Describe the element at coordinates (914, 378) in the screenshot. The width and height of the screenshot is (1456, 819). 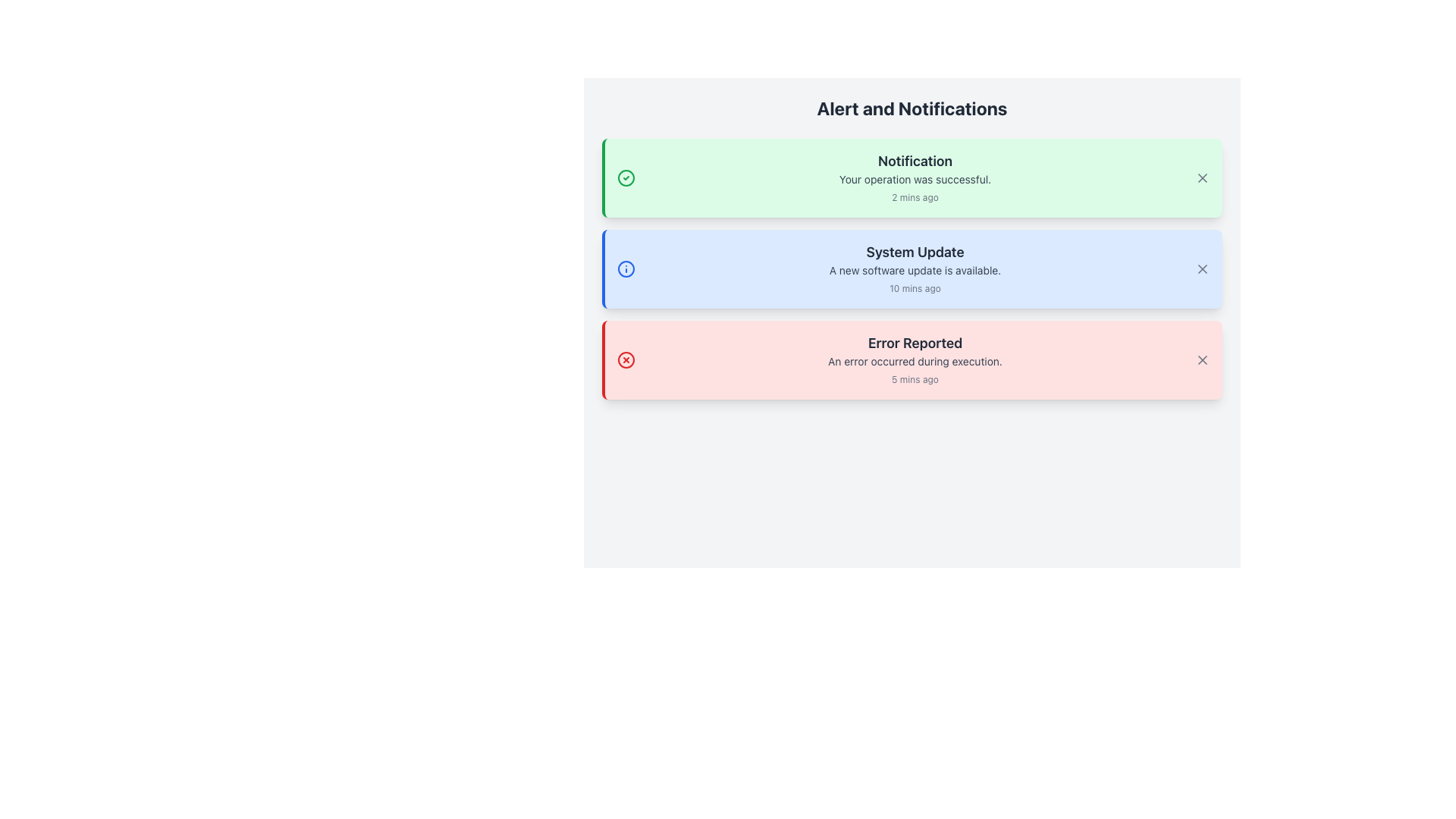
I see `the small light gray text label displaying '5 mins ago' located in the bottom-right corner of the 'Error Reported' notification card under the 'Alert and Notifications' section` at that location.